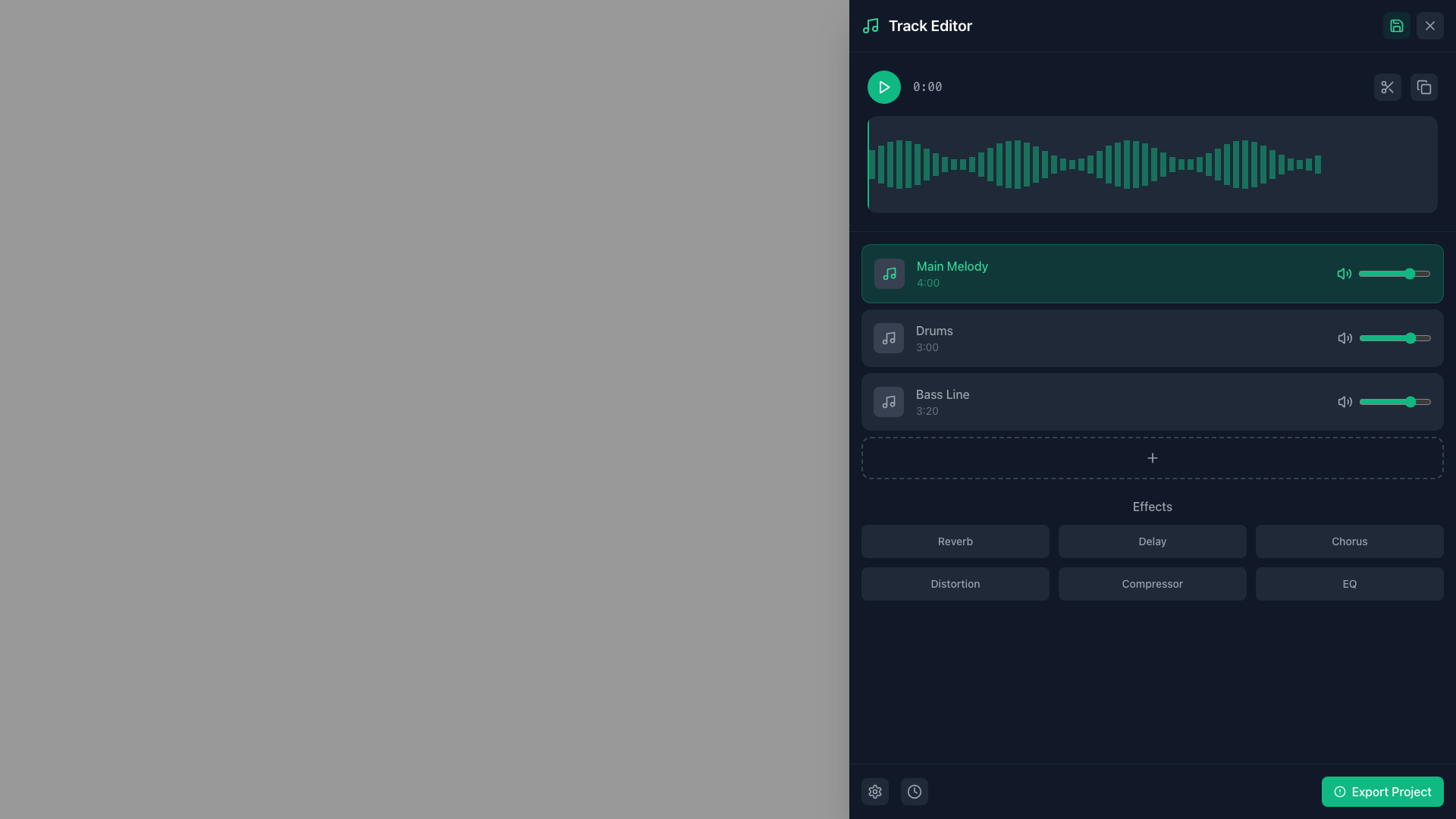 This screenshot has width=1456, height=819. What do you see at coordinates (1426, 400) in the screenshot?
I see `the slider value` at bounding box center [1426, 400].